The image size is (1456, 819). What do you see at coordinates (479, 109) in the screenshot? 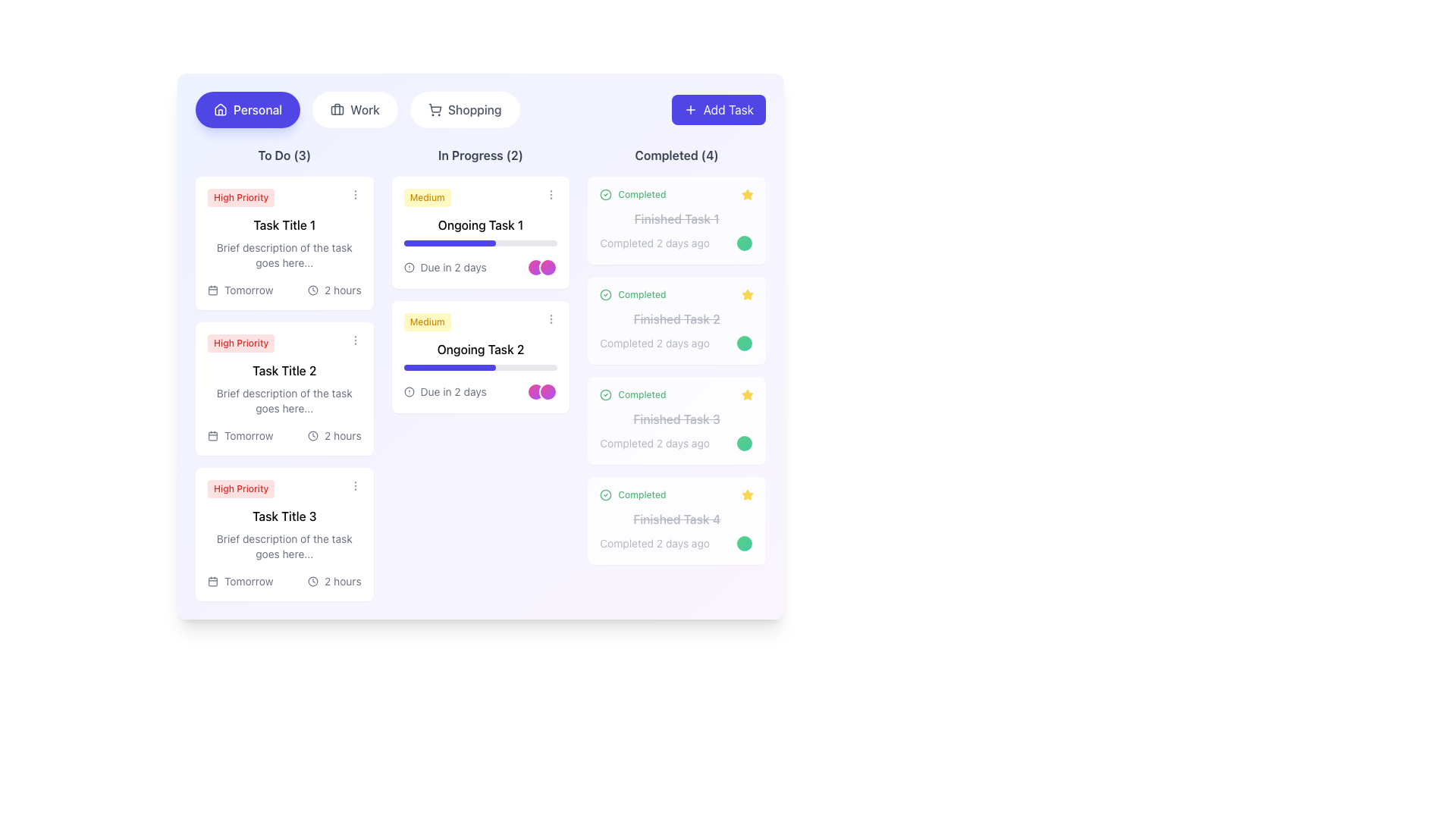
I see `the 'Shopping' button in the horizontal navigation bar` at bounding box center [479, 109].